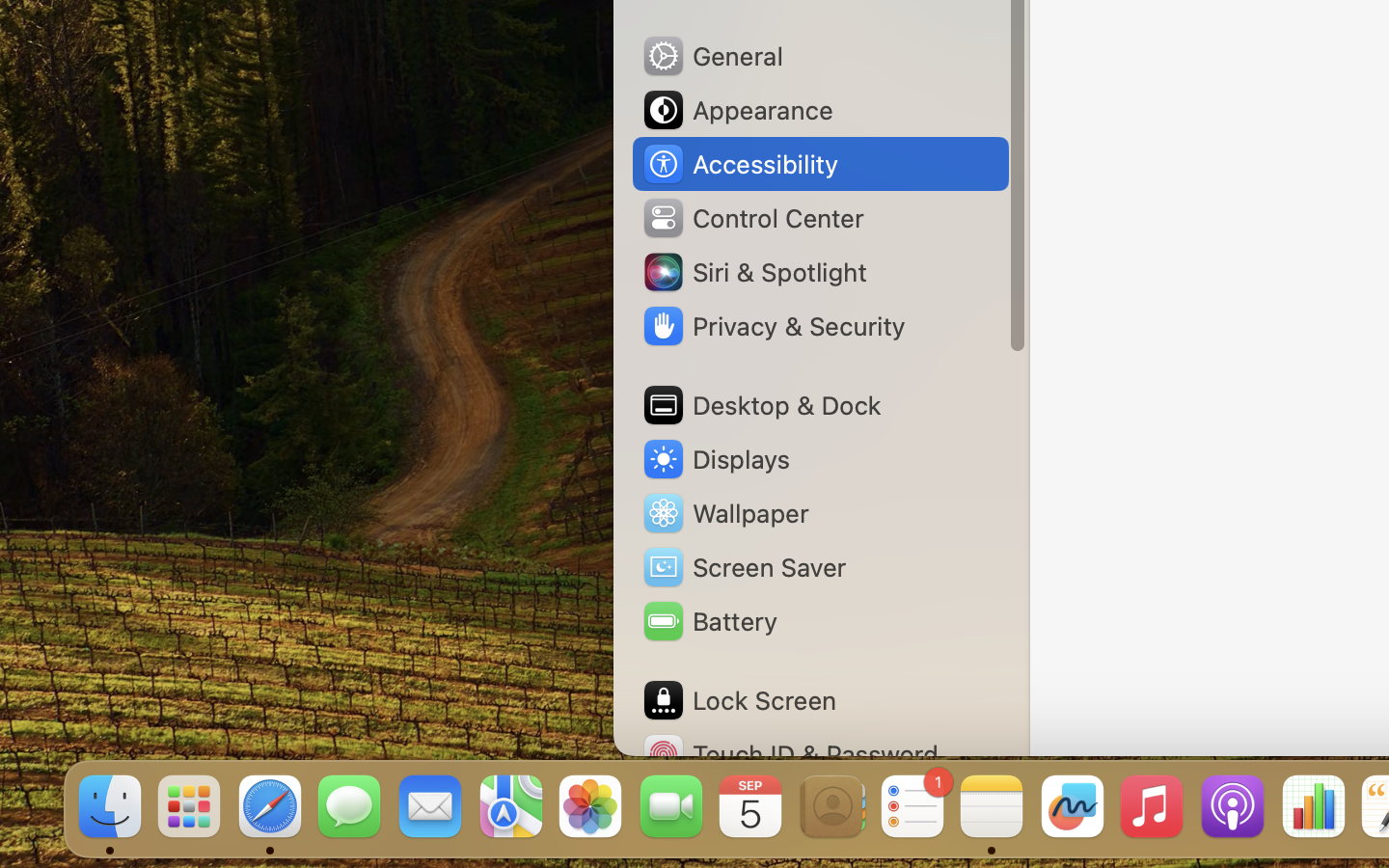  Describe the element at coordinates (790, 753) in the screenshot. I see `'Touch ID & Password'` at that location.